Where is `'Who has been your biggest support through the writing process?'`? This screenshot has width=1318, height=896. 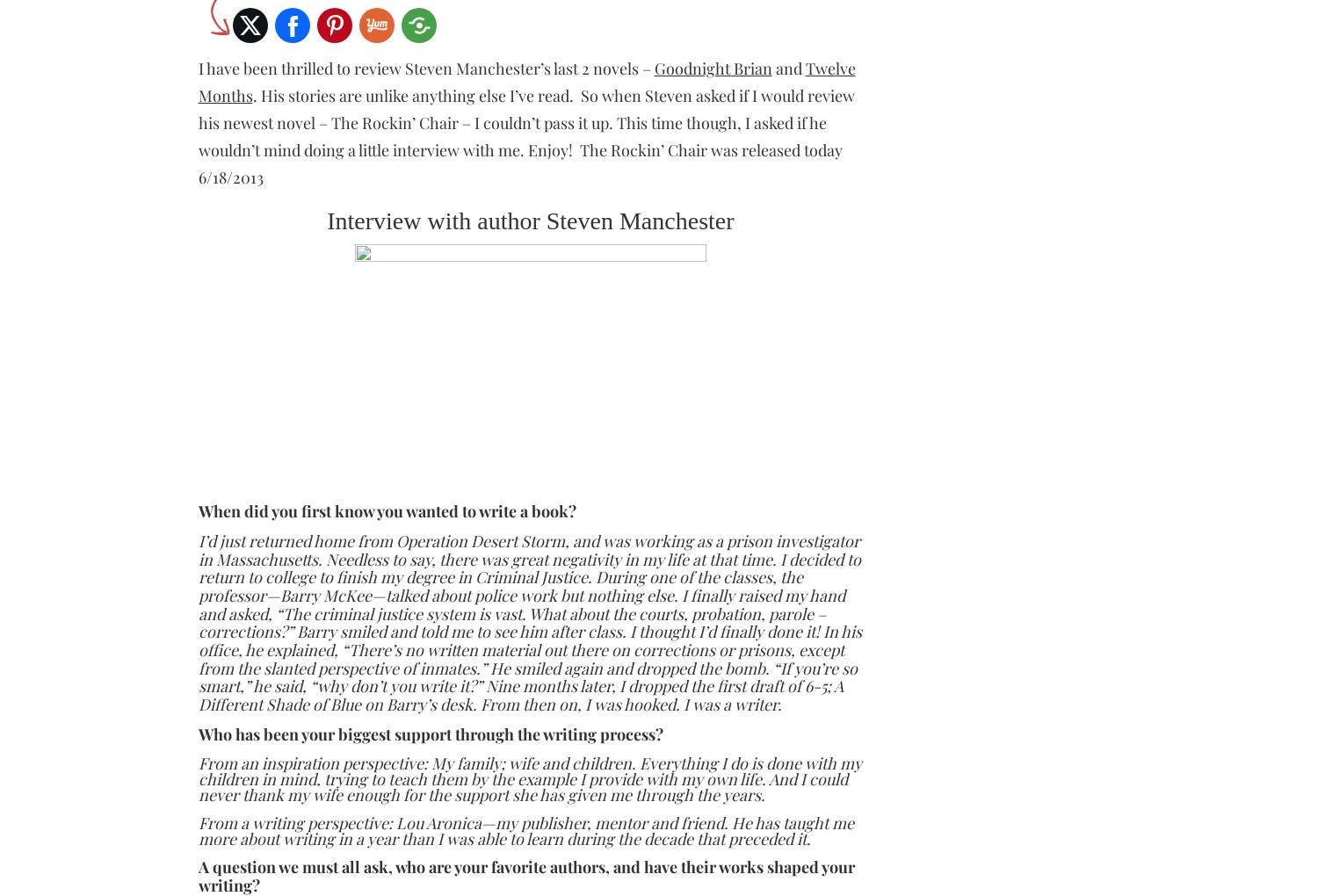
'Who has been your biggest support through the writing process?' is located at coordinates (429, 733).